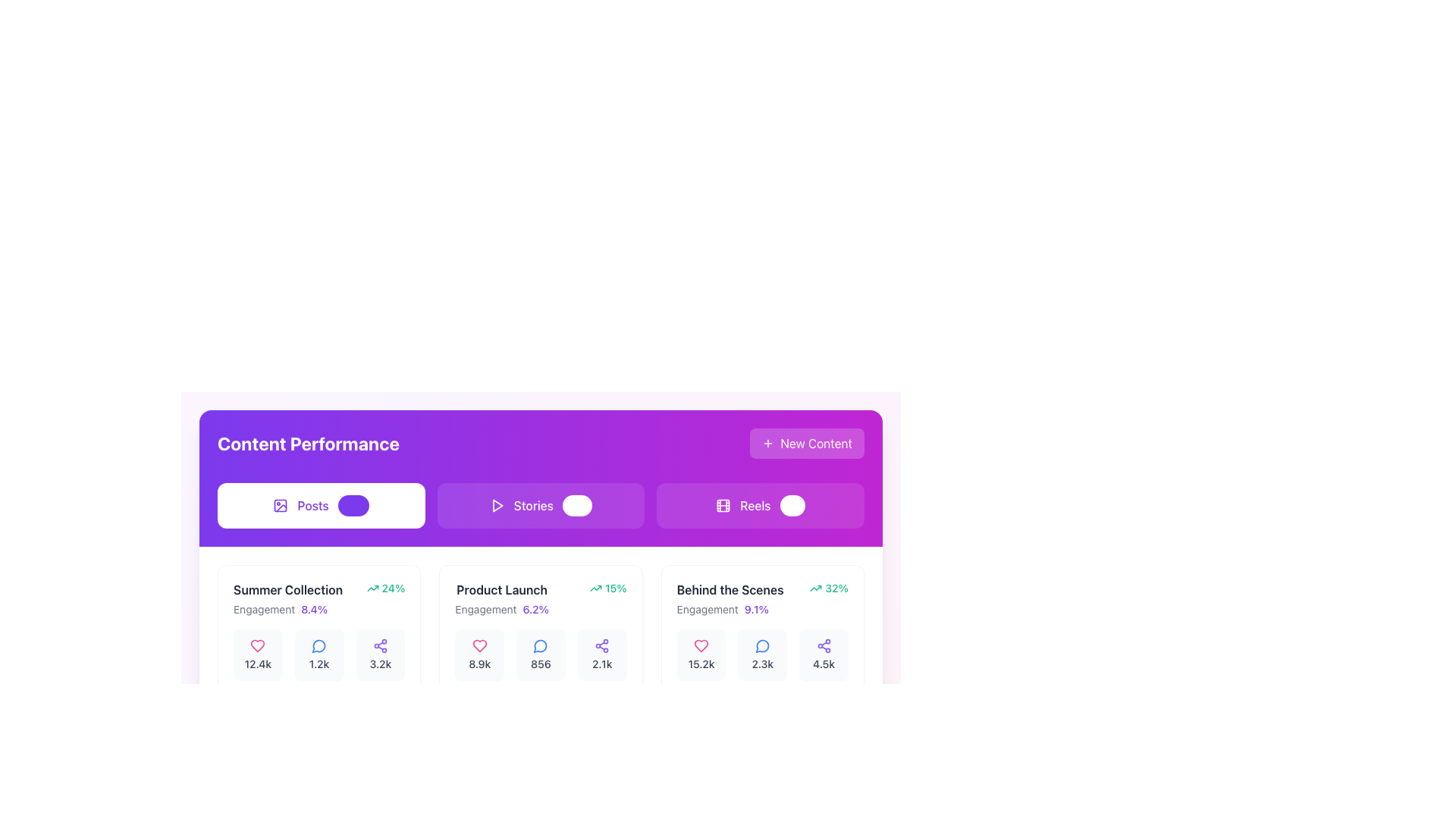  I want to click on the toggle switch on the 'Stories' button, which has a purple gradient background and a play symbol icon, so click(541, 506).